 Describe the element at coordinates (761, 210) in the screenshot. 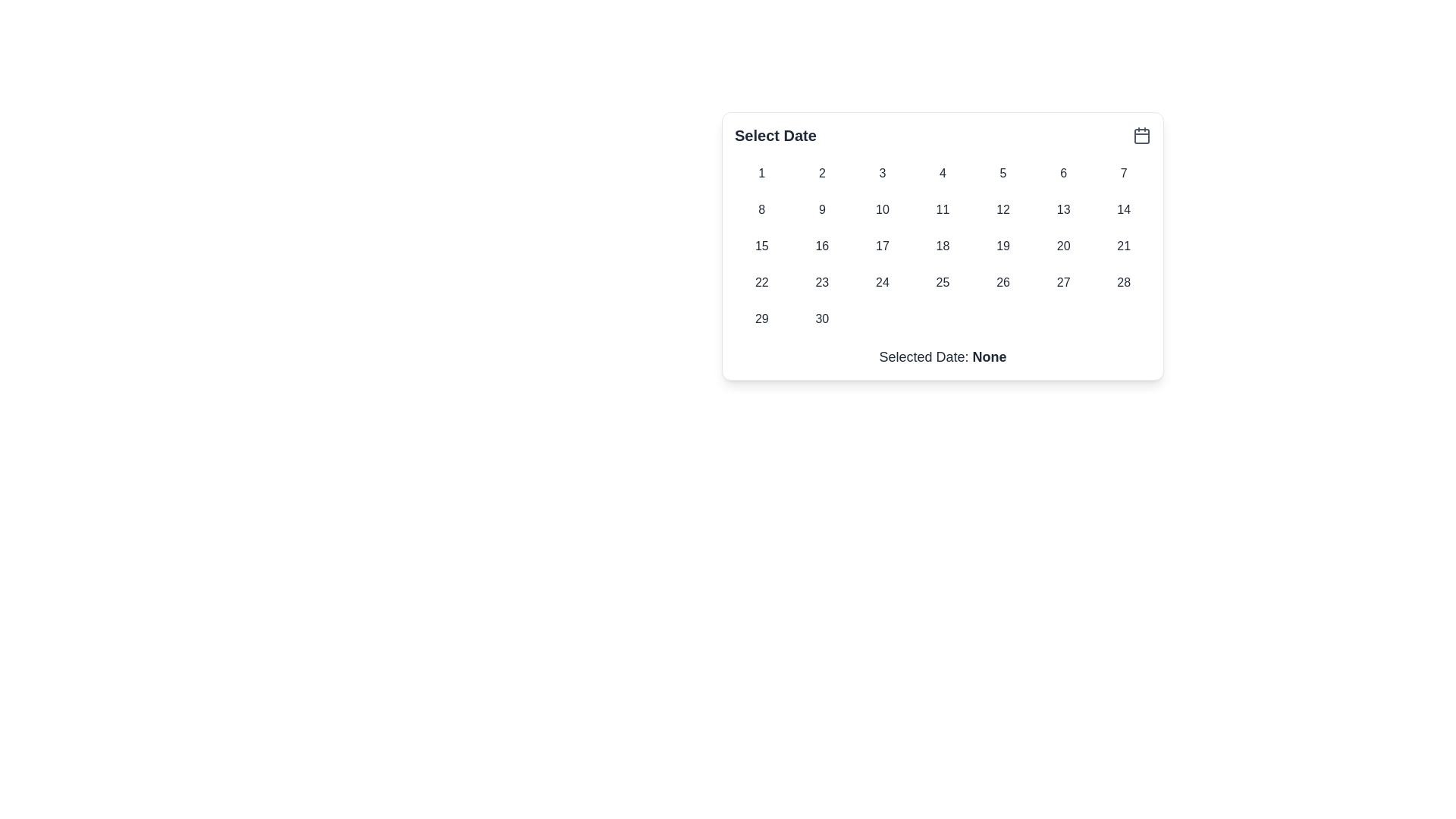

I see `the date selector button located in the second row and first column of the date button grid in the 'Select Date' panel` at that location.